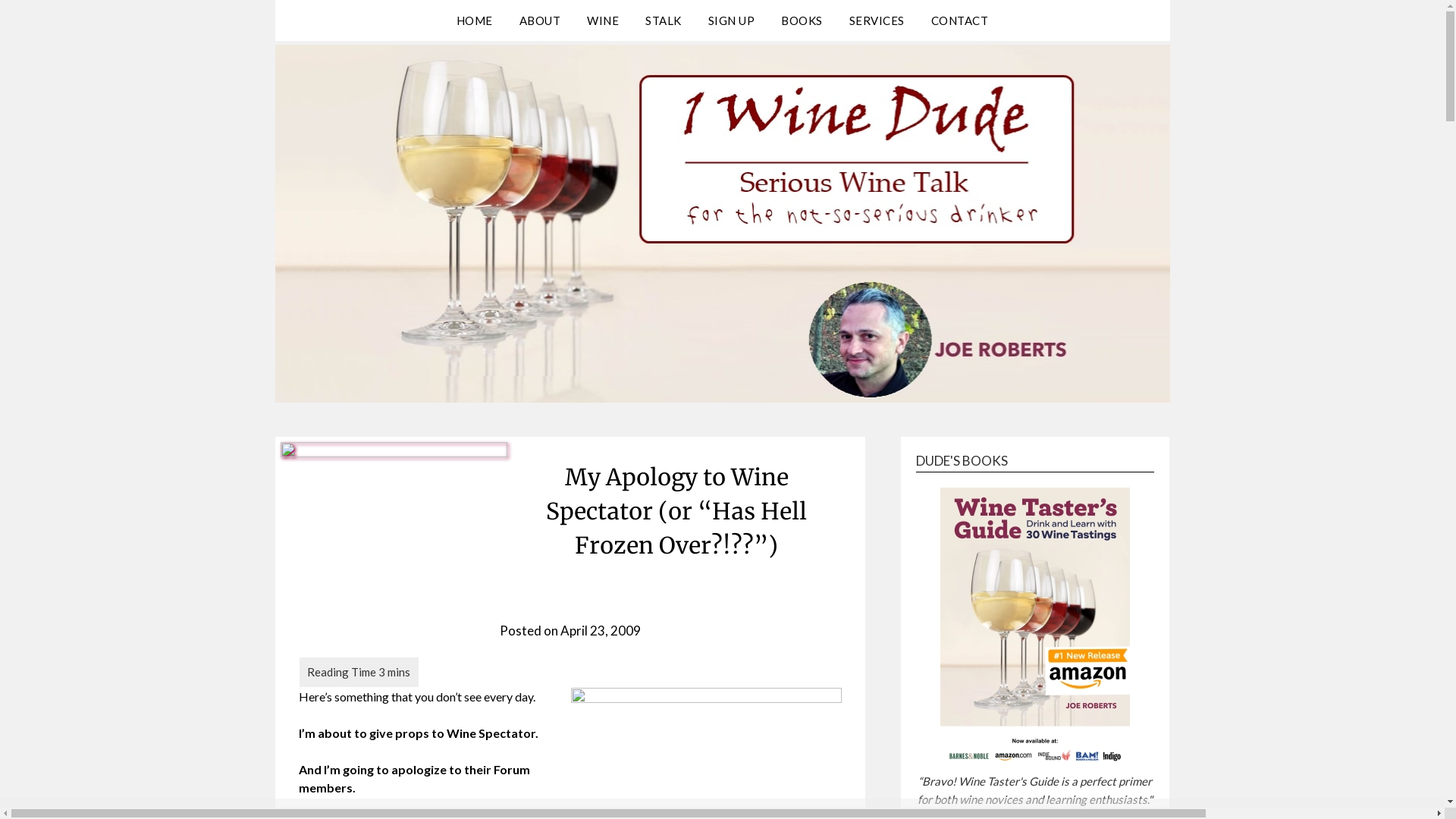 The image size is (1456, 819). I want to click on 'STALK', so click(663, 20).